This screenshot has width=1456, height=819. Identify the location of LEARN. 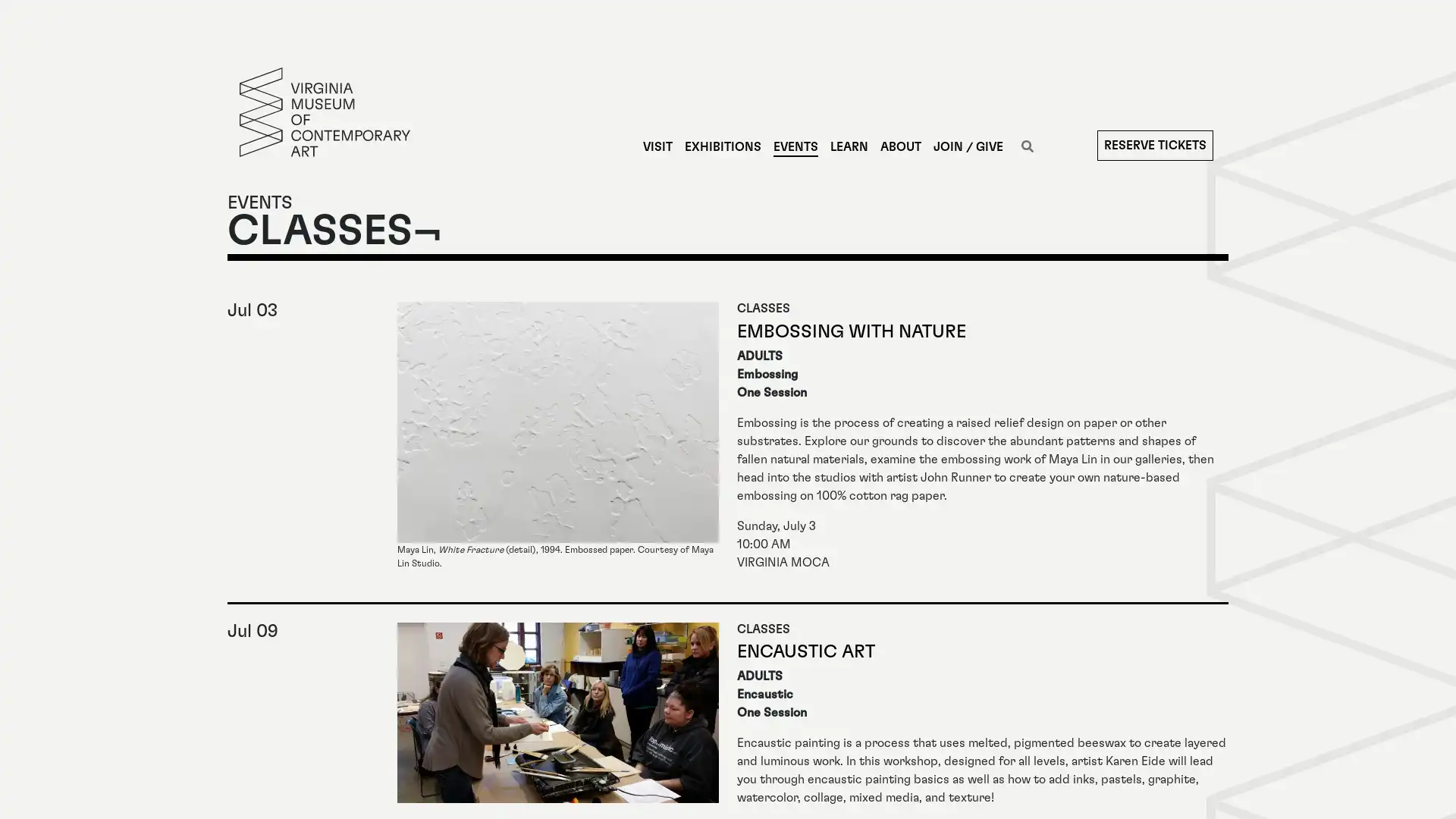
(847, 146).